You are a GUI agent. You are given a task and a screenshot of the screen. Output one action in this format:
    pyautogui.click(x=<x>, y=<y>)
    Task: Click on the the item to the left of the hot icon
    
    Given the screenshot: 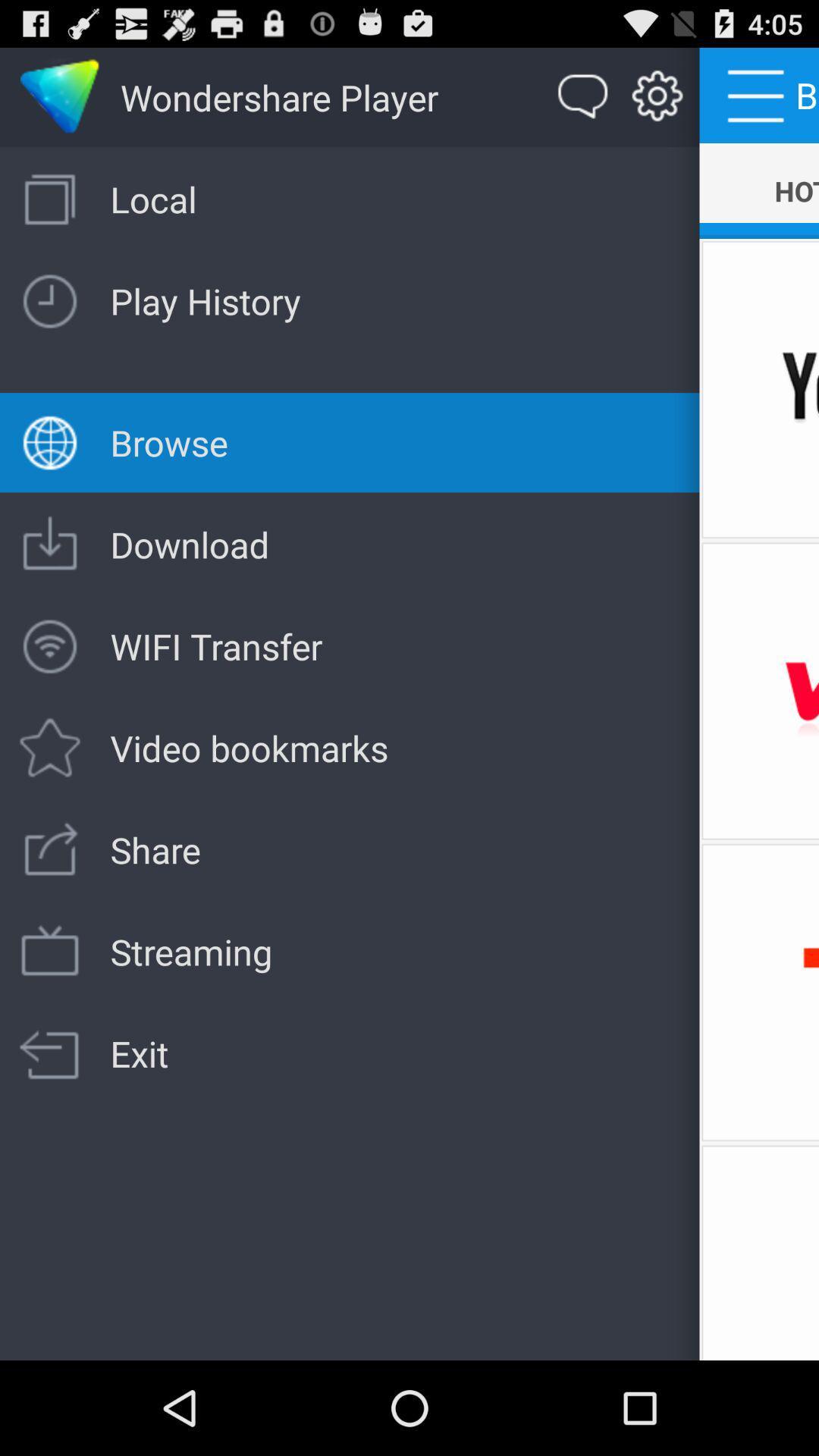 What is the action you would take?
    pyautogui.click(x=657, y=96)
    